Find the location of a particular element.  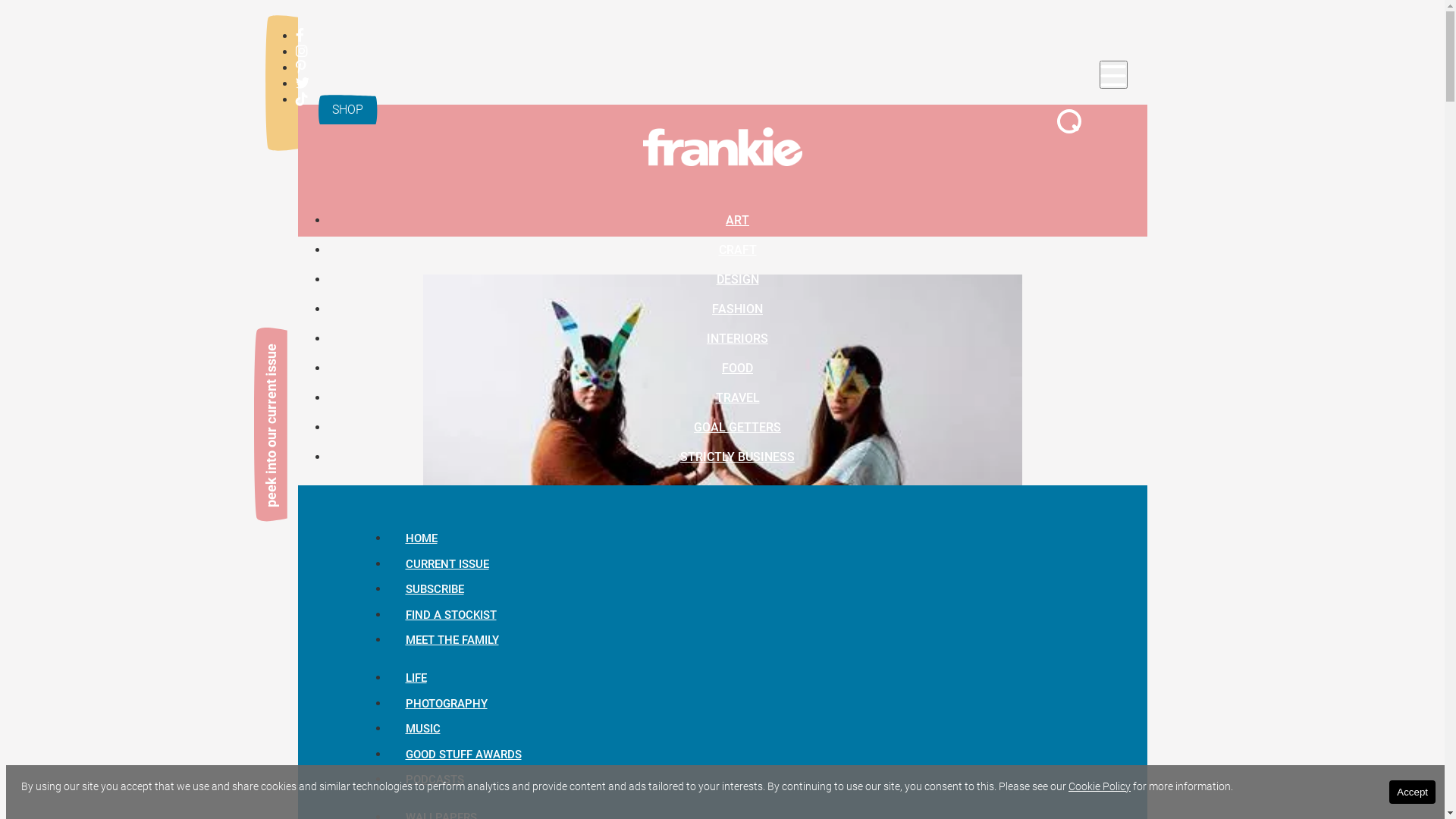

'FASHION' is located at coordinates (737, 307).